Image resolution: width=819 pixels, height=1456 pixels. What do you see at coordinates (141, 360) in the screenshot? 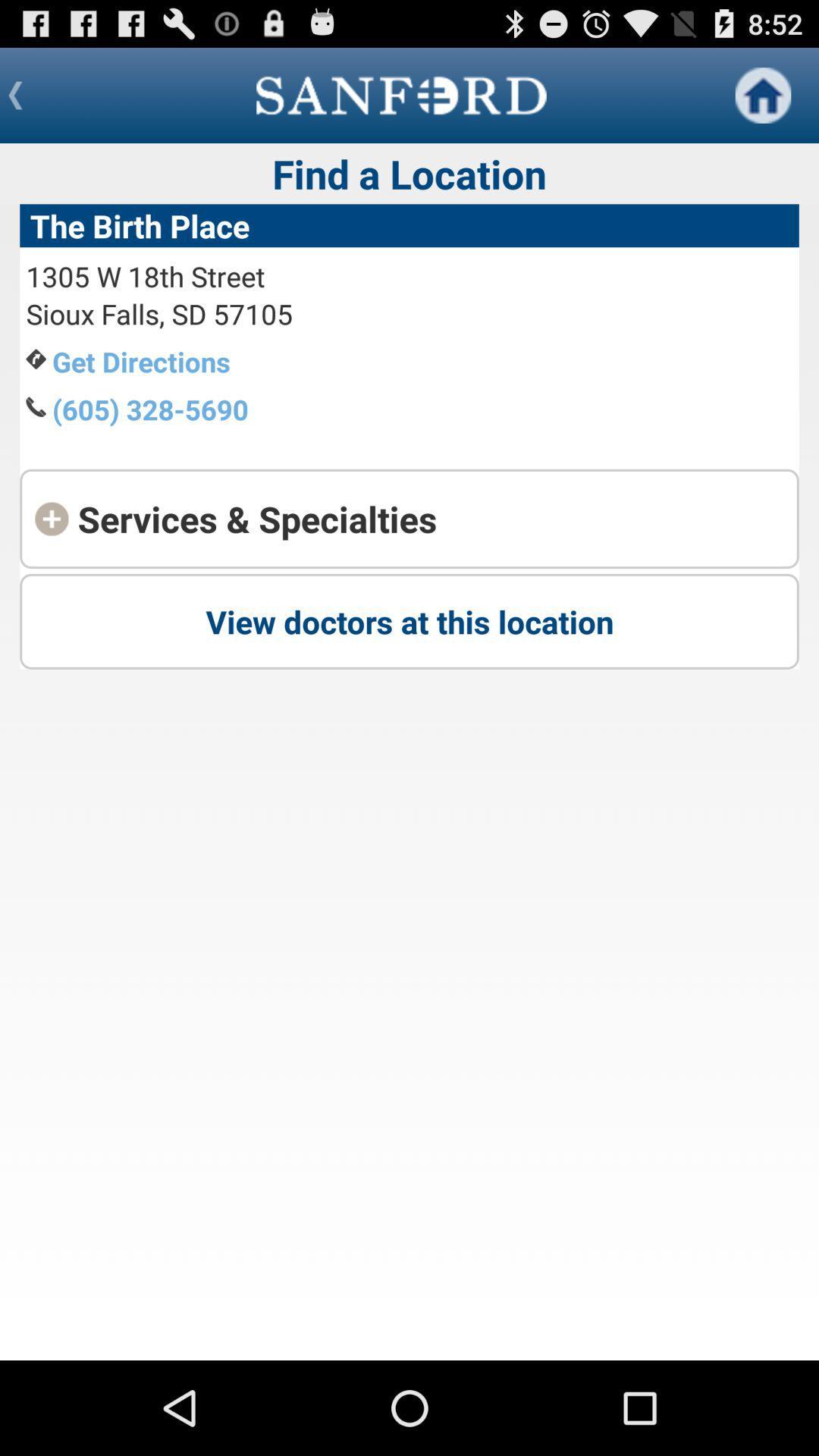
I see `the item above the (605) 328-5690` at bounding box center [141, 360].